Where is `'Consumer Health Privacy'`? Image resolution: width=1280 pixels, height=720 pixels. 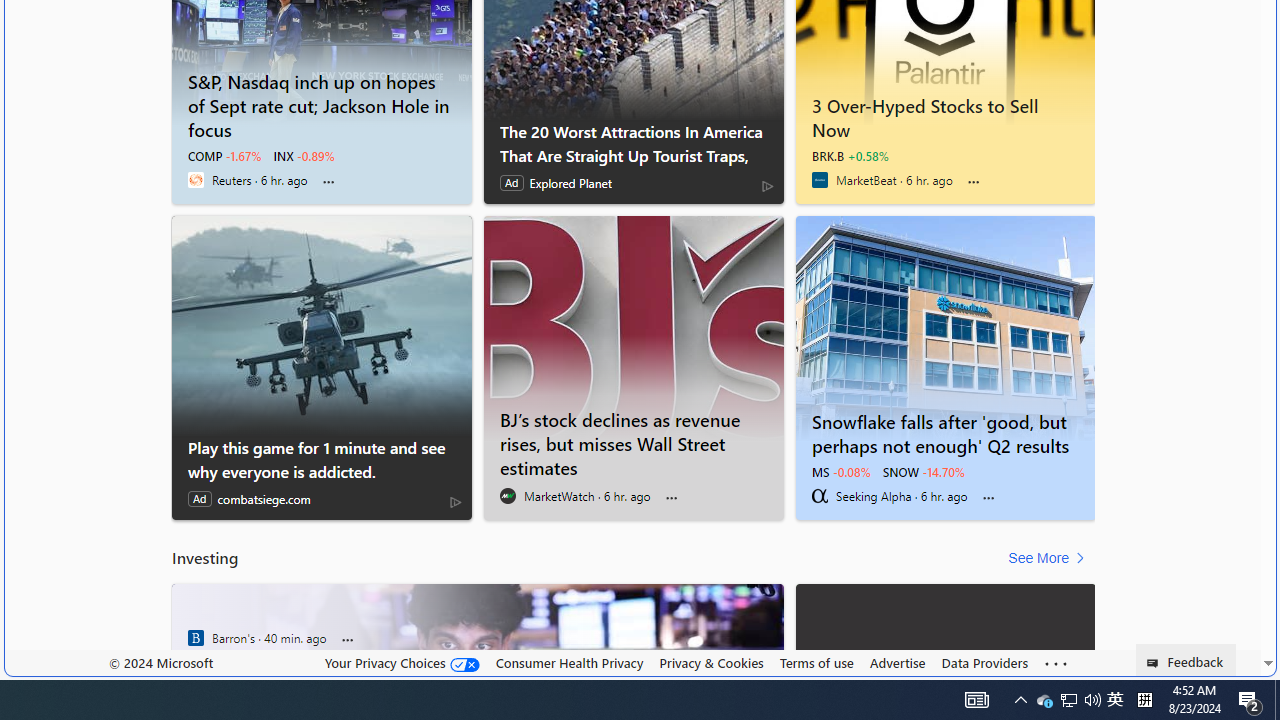 'Consumer Health Privacy' is located at coordinates (568, 663).